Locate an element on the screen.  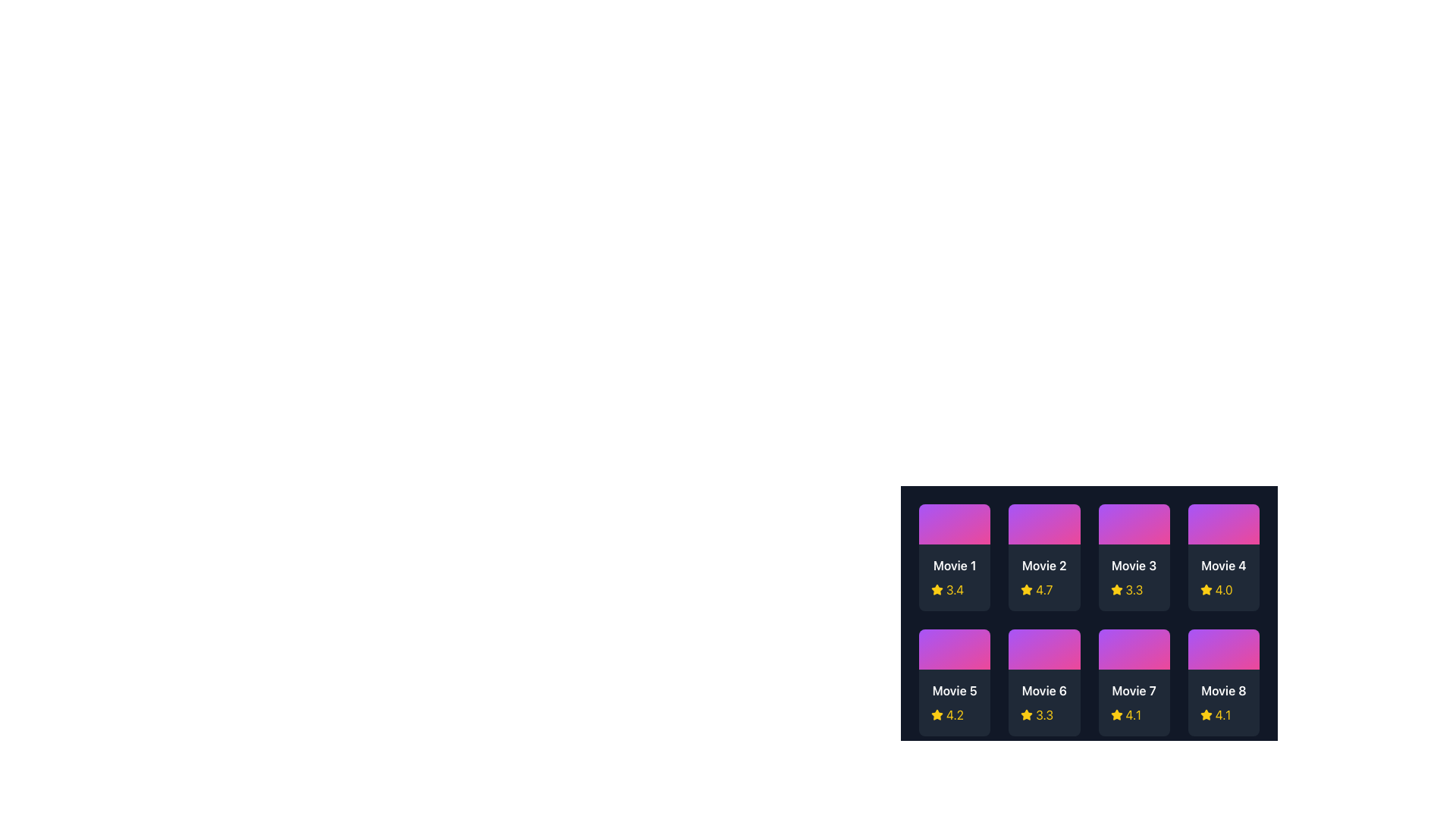
the movie information card located in the second row, first column of the grid is located at coordinates (954, 682).